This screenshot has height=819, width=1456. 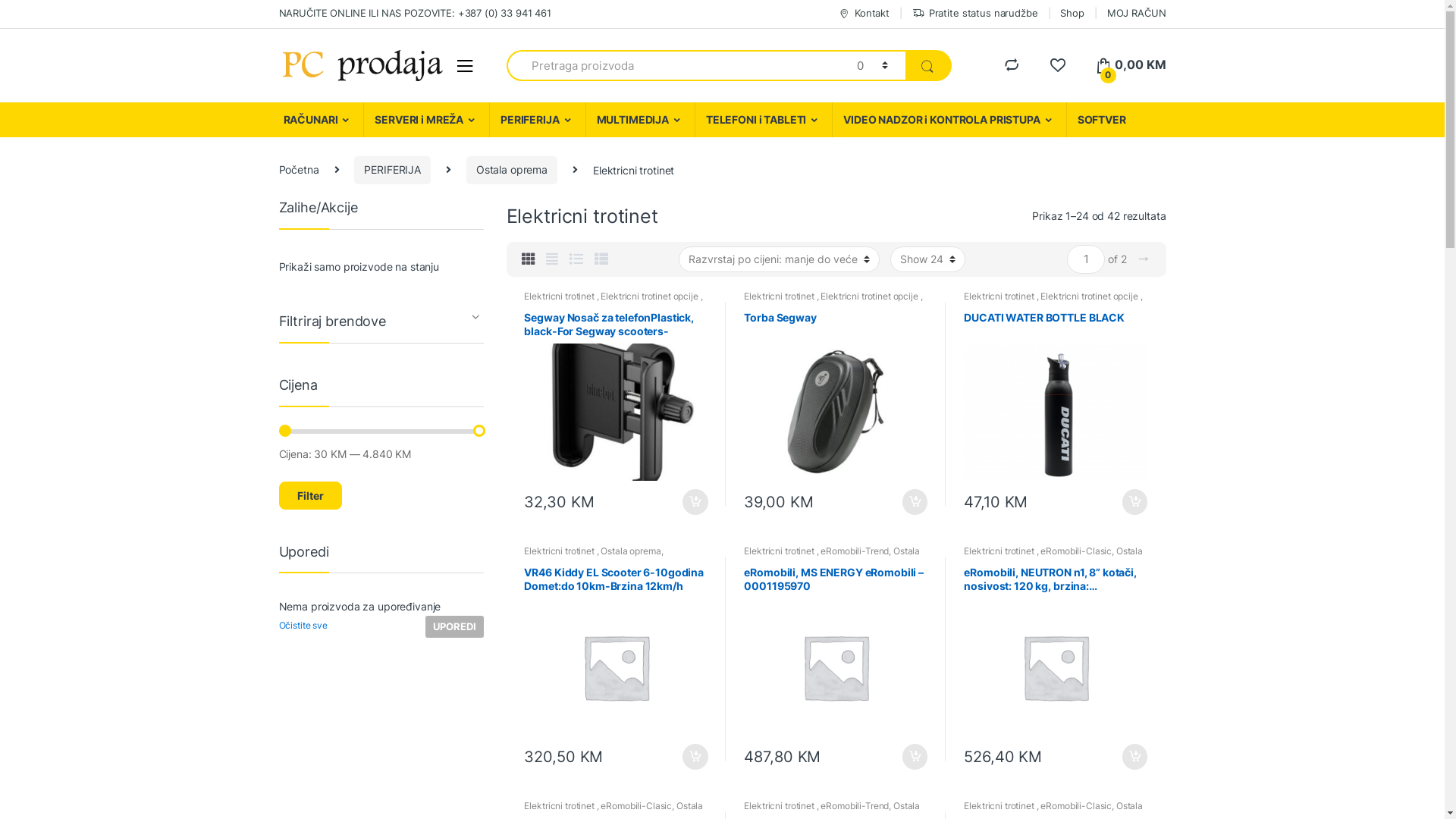 What do you see at coordinates (512, 170) in the screenshot?
I see `'Ostala oprema'` at bounding box center [512, 170].